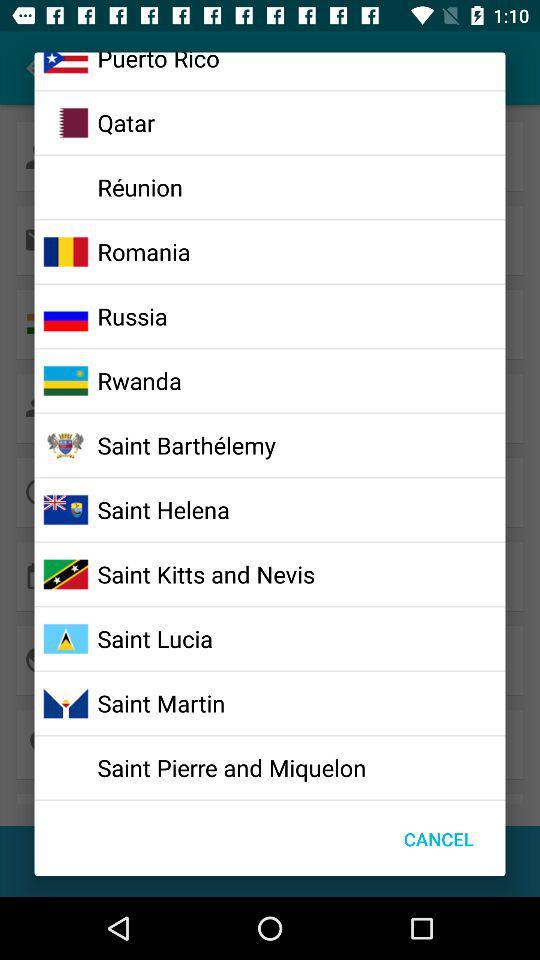 This screenshot has height=960, width=540. Describe the element at coordinates (160, 703) in the screenshot. I see `the saint martin icon` at that location.